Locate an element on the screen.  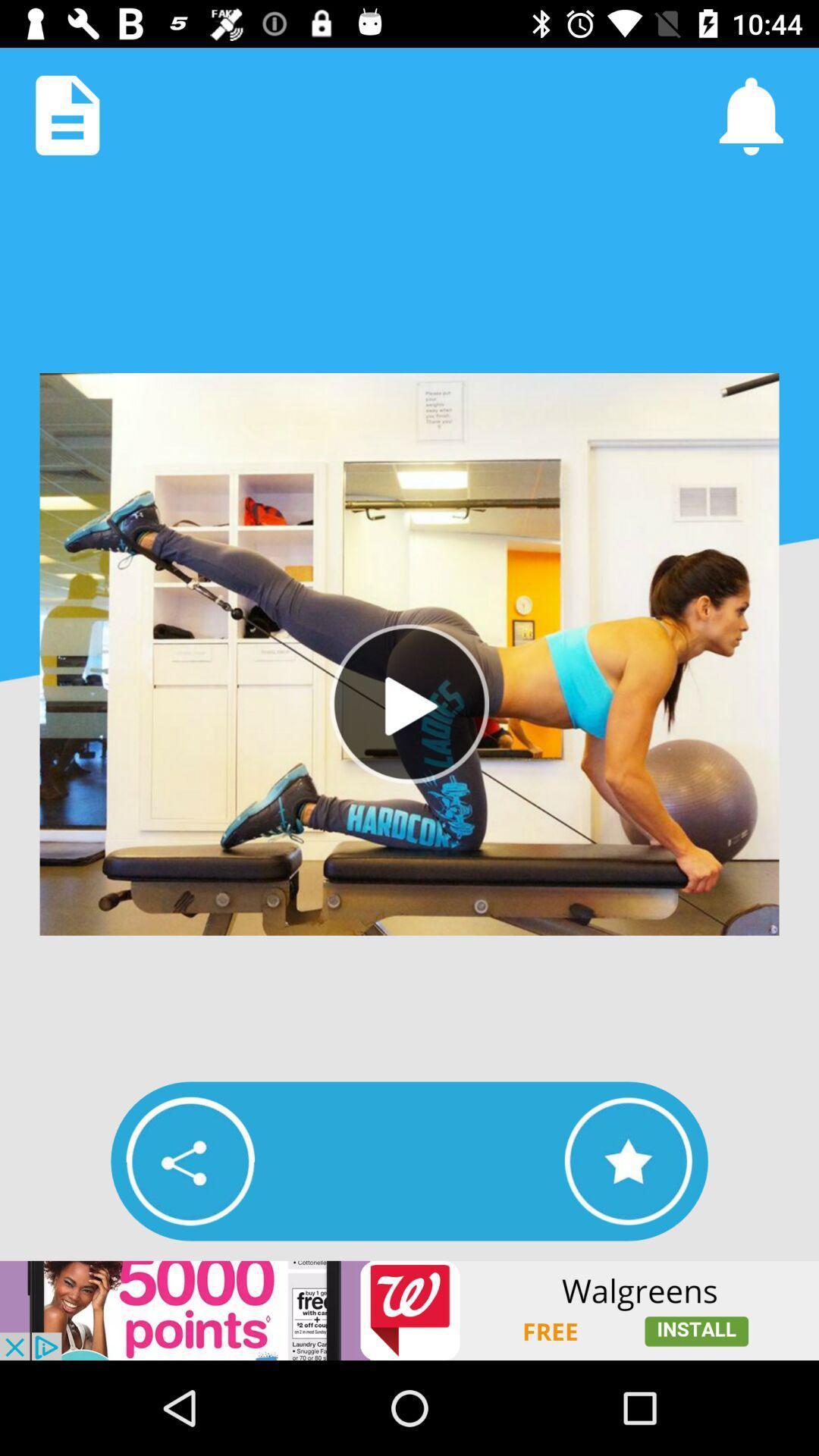
the share icon is located at coordinates (190, 1160).